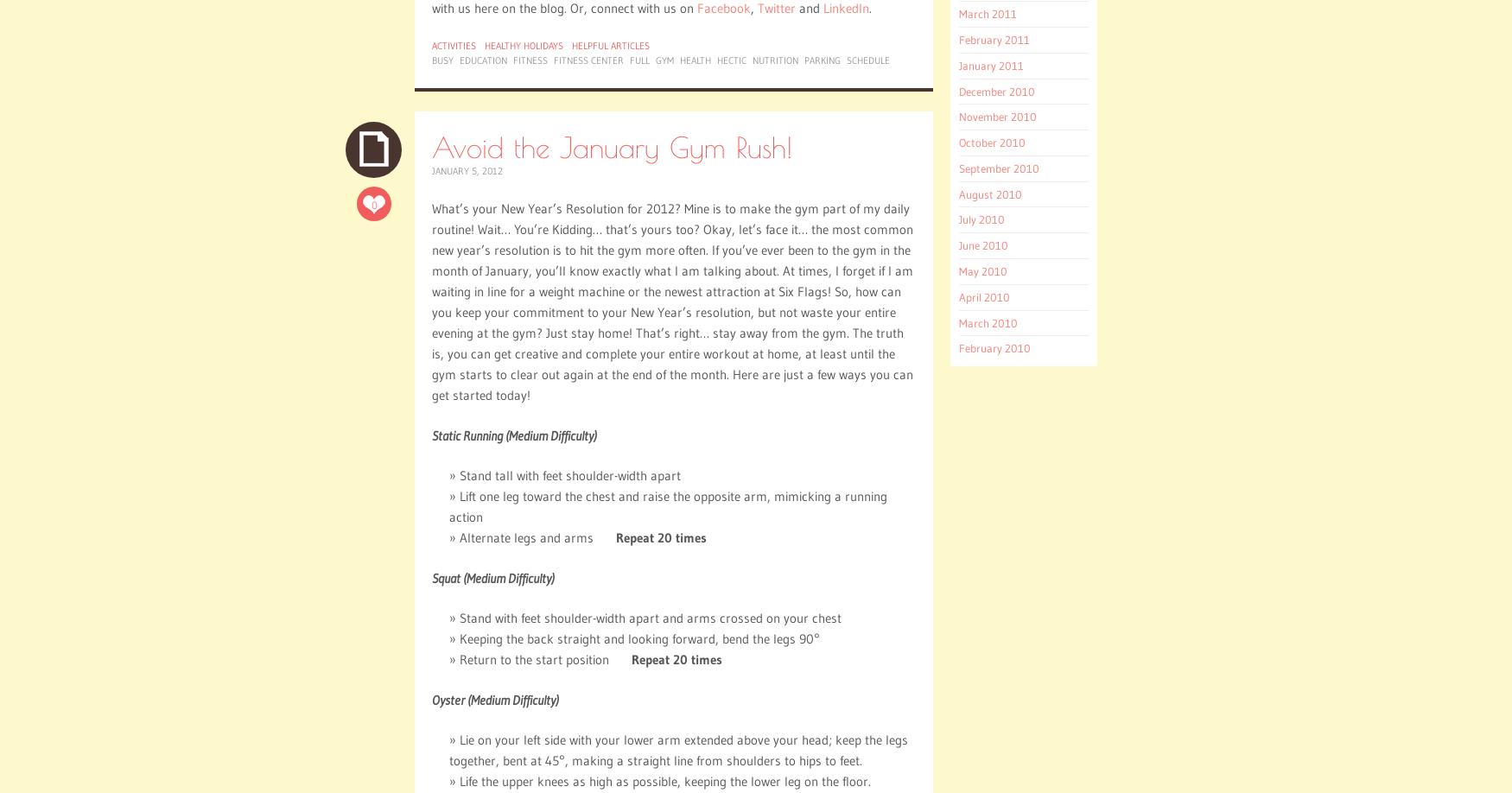  I want to click on 'What’s your New Year’s Resolution for 2012? Mine is to make the gym part of my daily routine! Wait… You’re Kidding… that’s yours too? Okay, let’s face it… the most common new year’s resolution is to hit the gym more often. If you’ve ever been to the gym in the month of January, you’ll know exactly what I am talking about. At times, I forget if I am waiting in line for a weight machine or the newest attraction at Six Flags! So, how can you keep your commitment to your New Year’s resolution, but not waste your entire evening at the gym? Just stay home! That’s right… stay away from the gym. The truth is, you can get creative and complete your entire workout at home, at least until the gym starts to clear out again at the end of the month. Here are just a few ways you can get started today!', so click(671, 301).